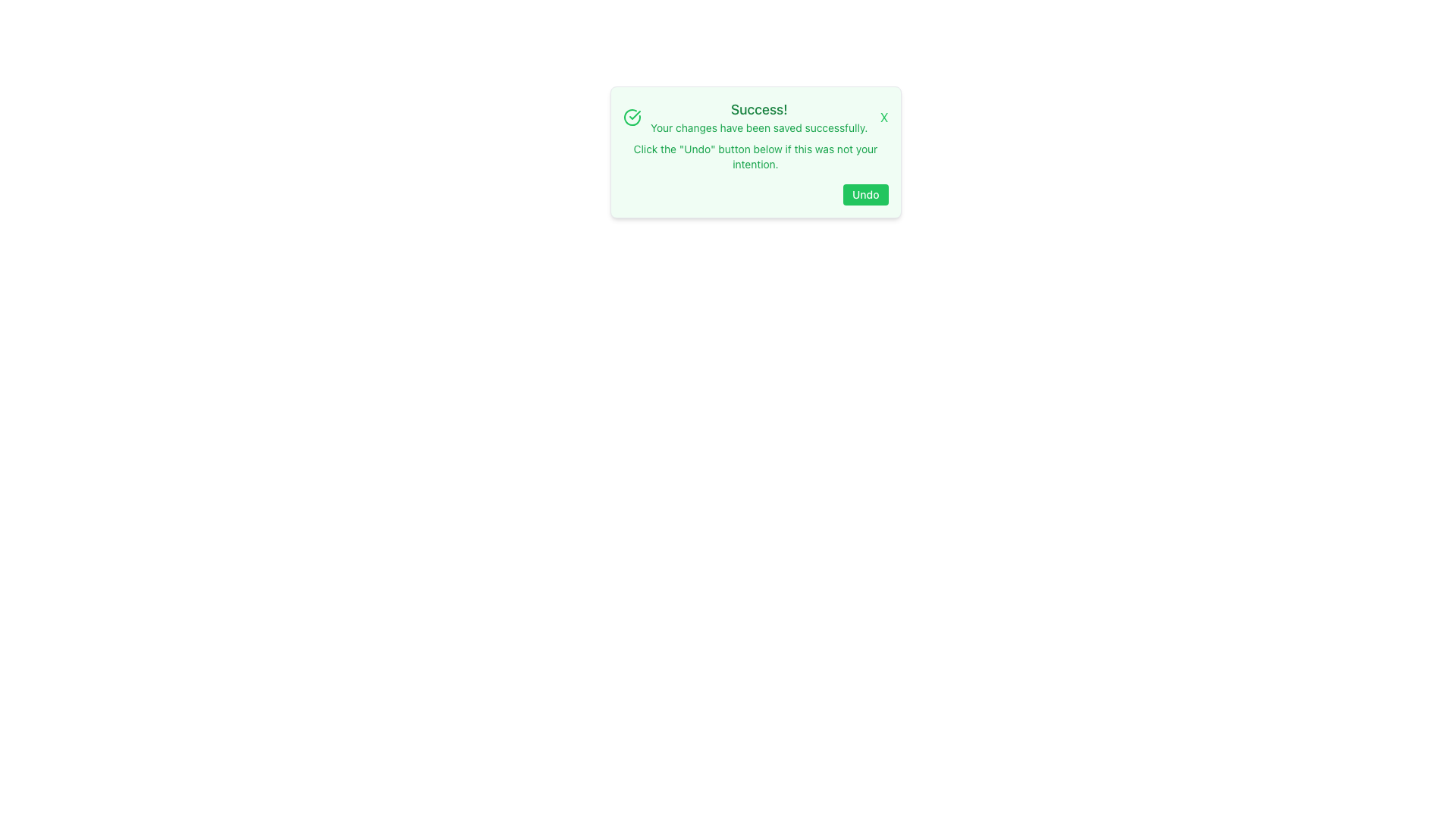  I want to click on the checkmark icon inside the circular SVG component that signifies success, located on the left side of the notification box, so click(634, 114).